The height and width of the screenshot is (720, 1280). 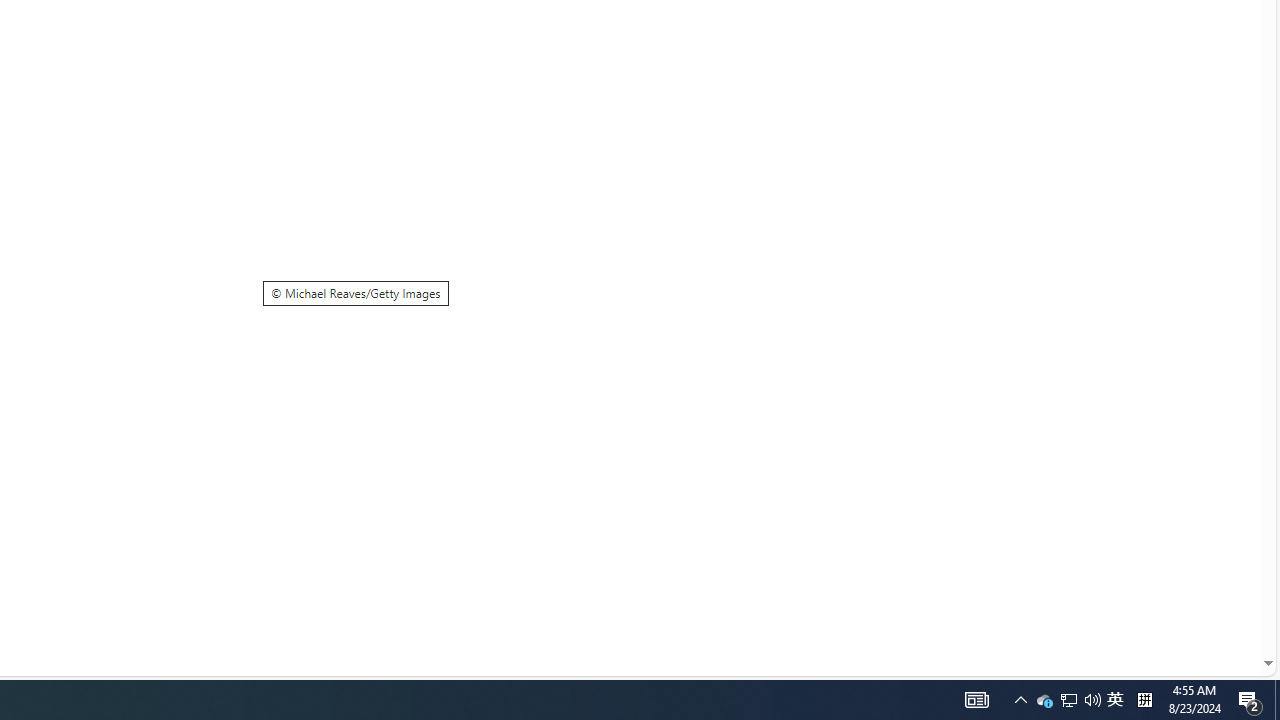 I want to click on 'Search more', so click(x=1222, y=603).